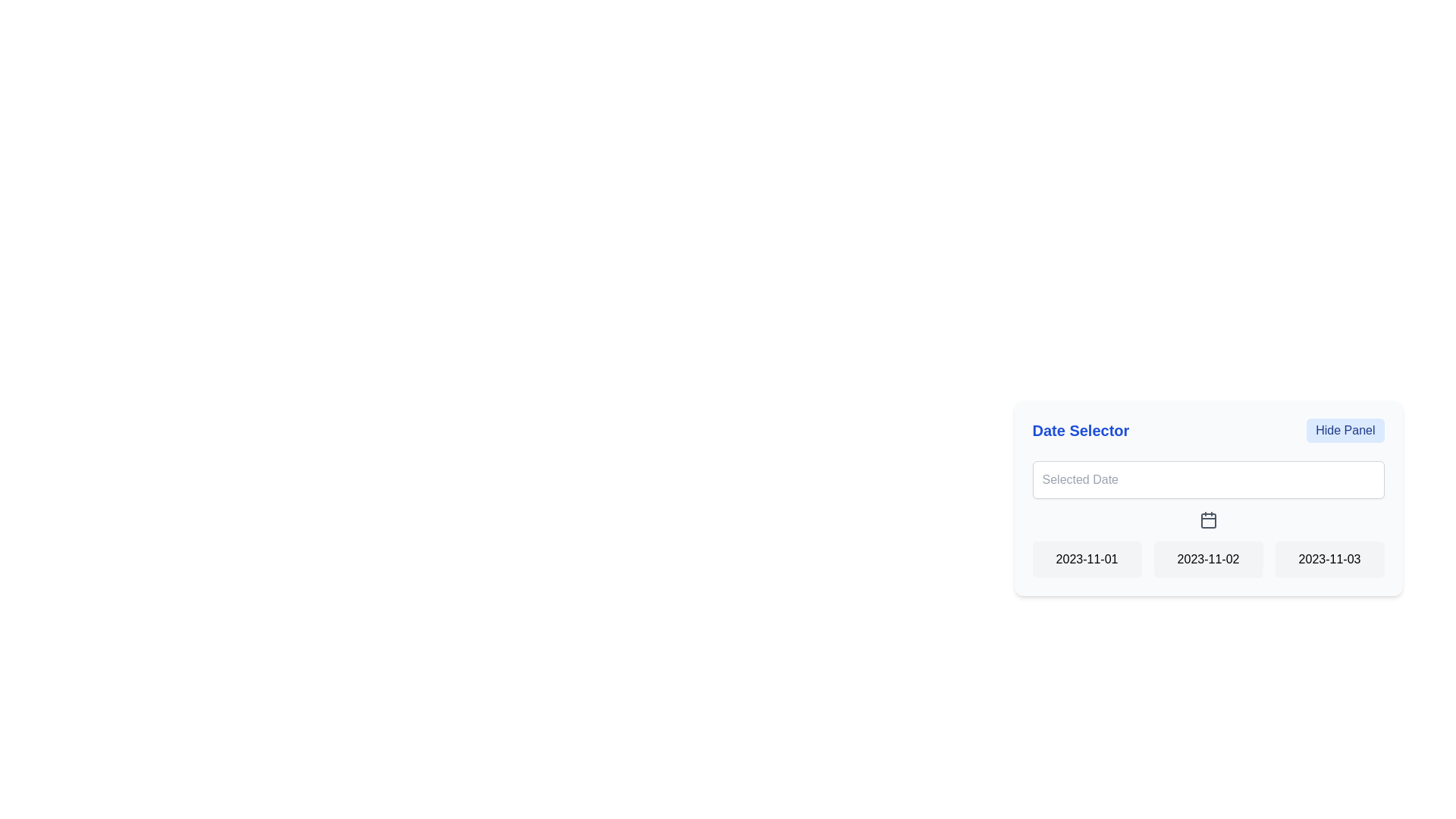  I want to click on the inner rectangle element of the calendar icon, which is styled with a white background and gray outline, positioned centrally under the 'Selected Date' input field, so click(1207, 519).